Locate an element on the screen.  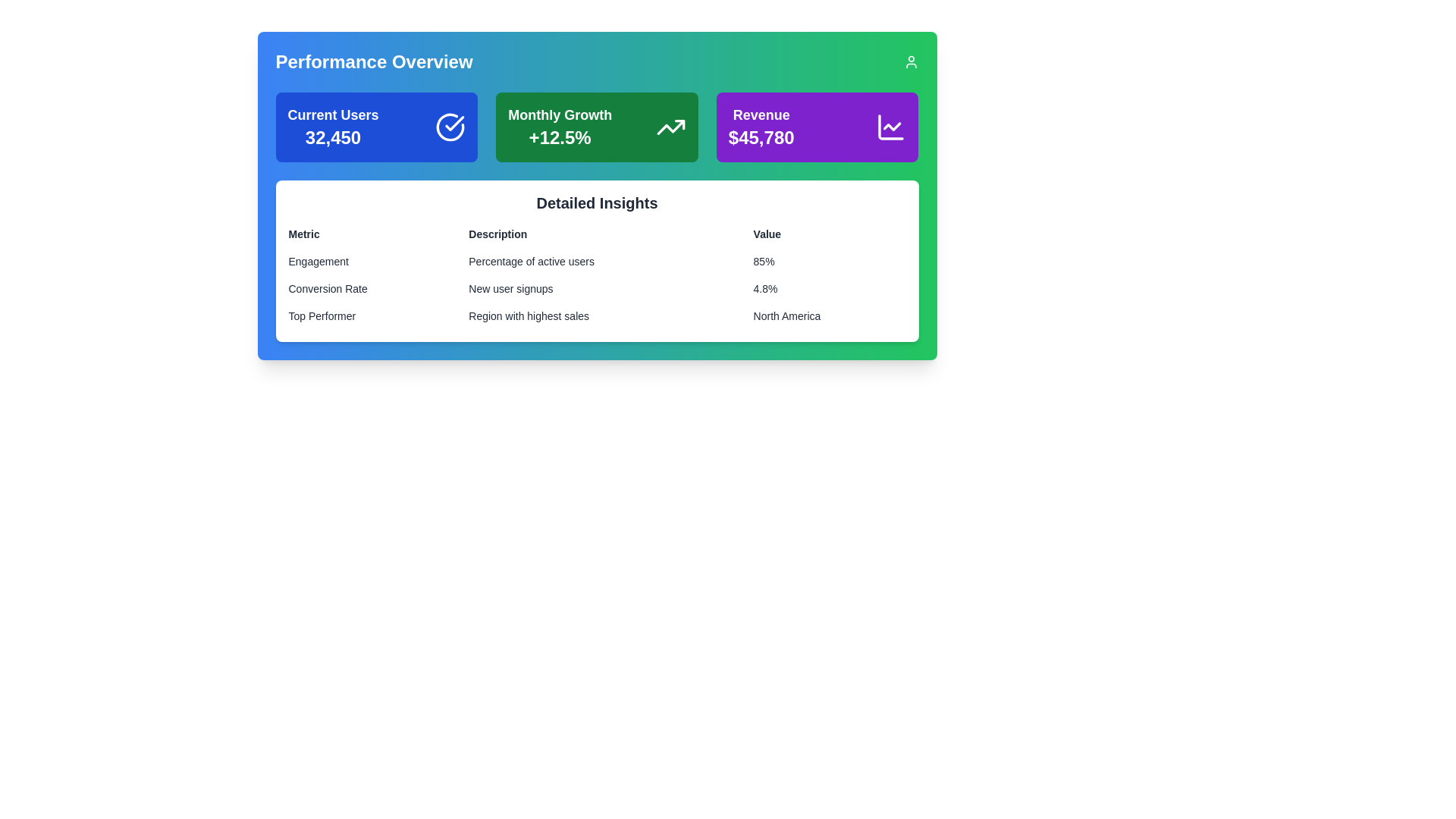
the Statistical indicator box labeled 'Revenue' which displays the monetary value '$45,780' and has a vibrant purple background is located at coordinates (761, 127).